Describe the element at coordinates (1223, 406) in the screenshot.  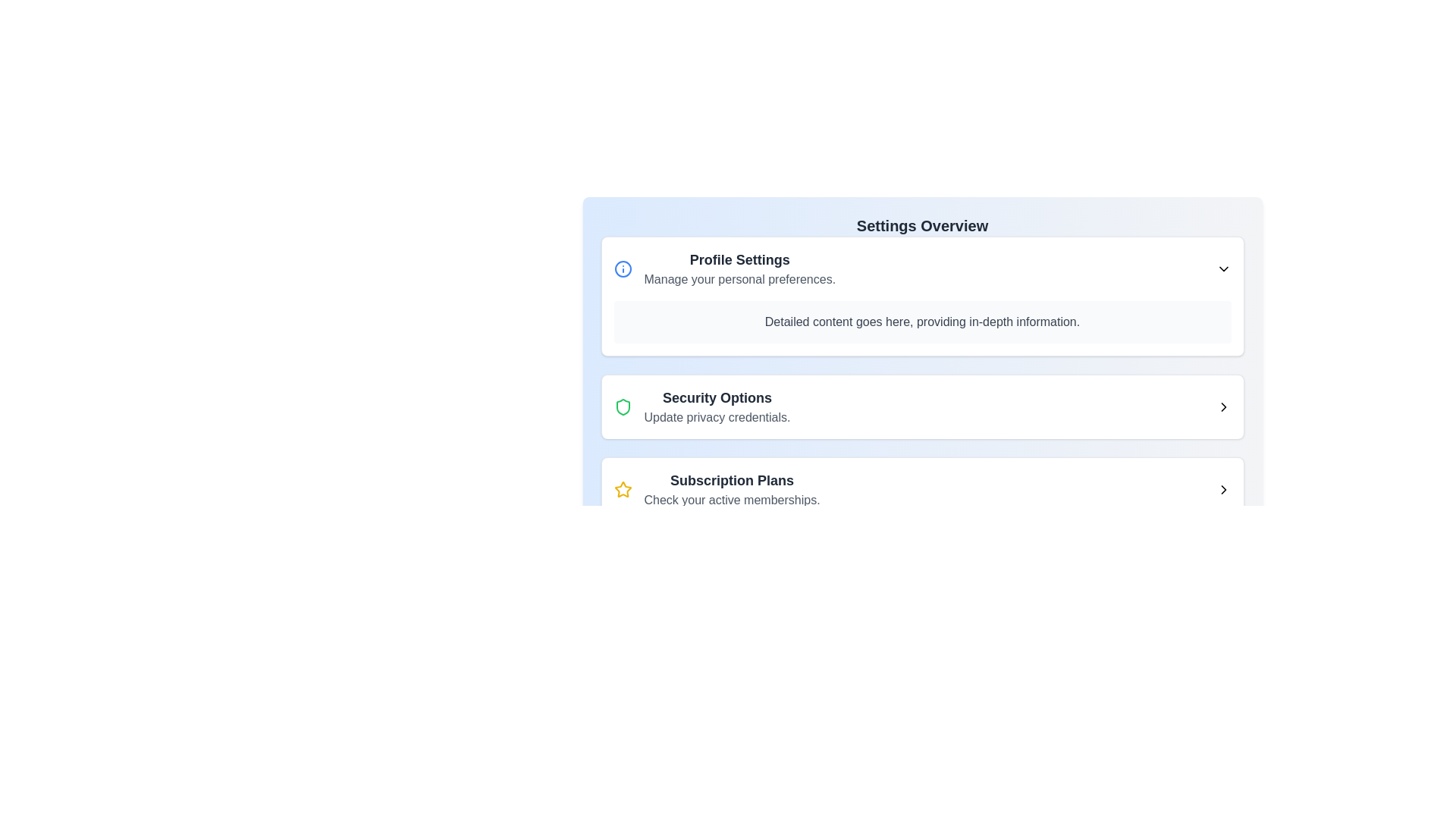
I see `the chevron-shaped arrow icon at the far-right end of the layout row associated with 'Security Options'` at that location.